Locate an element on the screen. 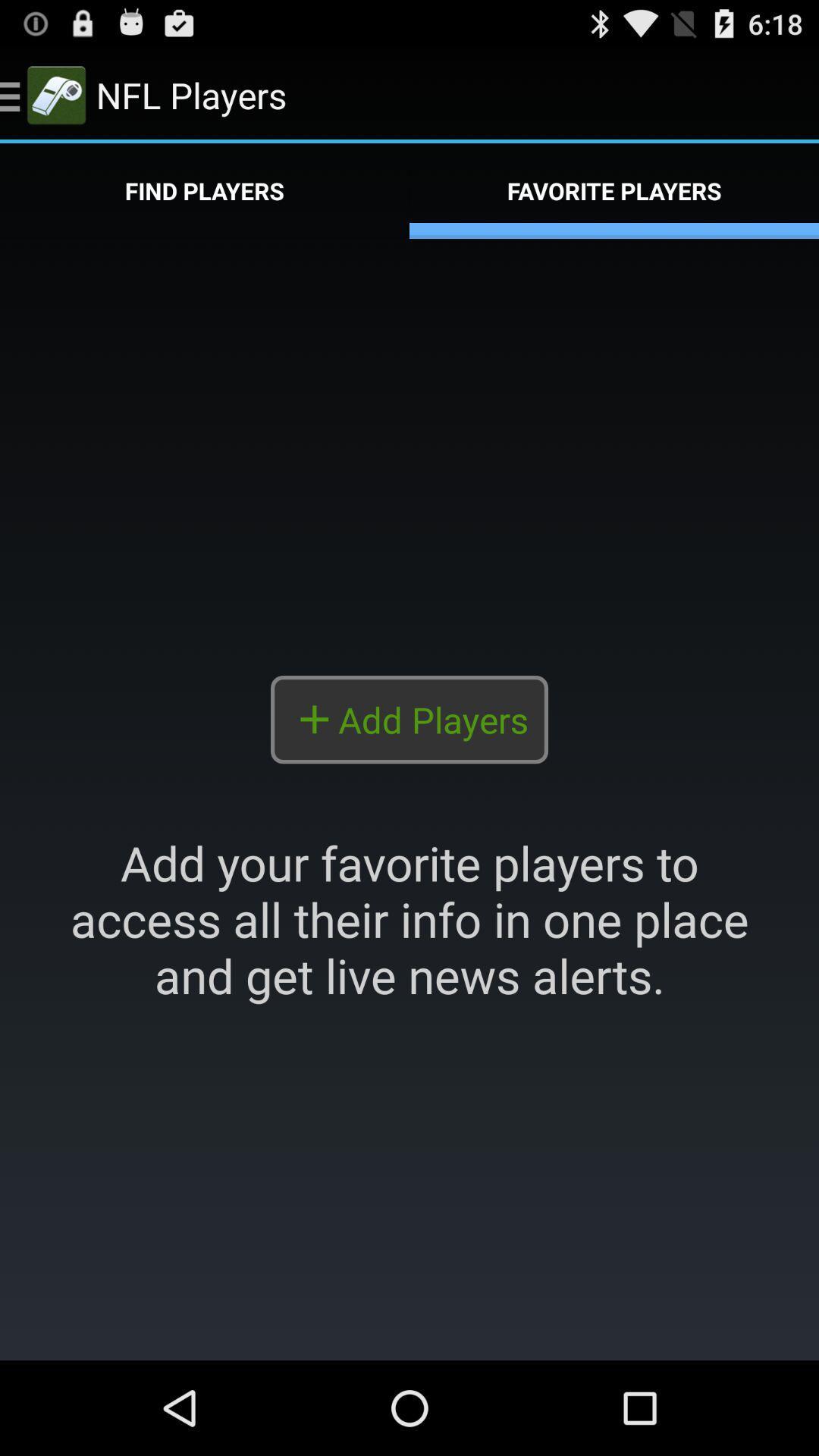  find players app is located at coordinates (205, 190).